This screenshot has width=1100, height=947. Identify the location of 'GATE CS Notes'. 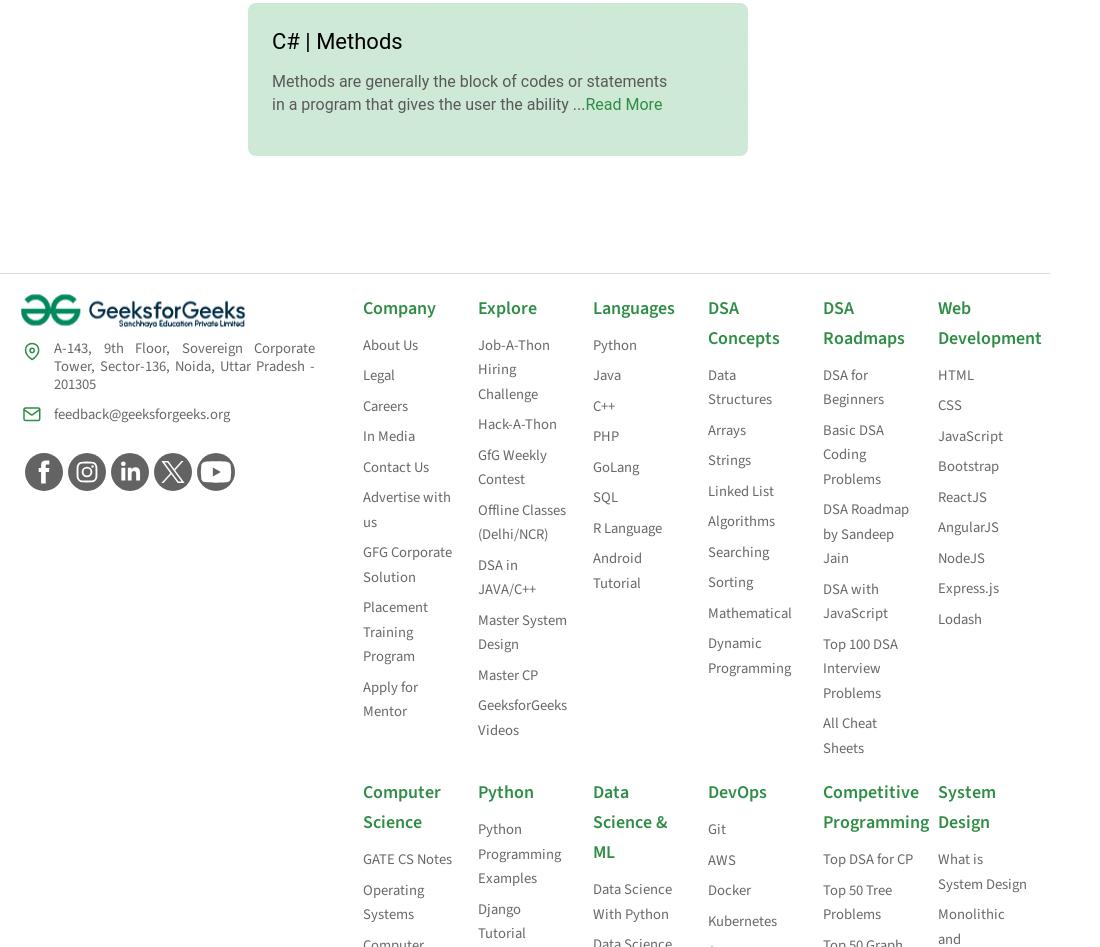
(407, 858).